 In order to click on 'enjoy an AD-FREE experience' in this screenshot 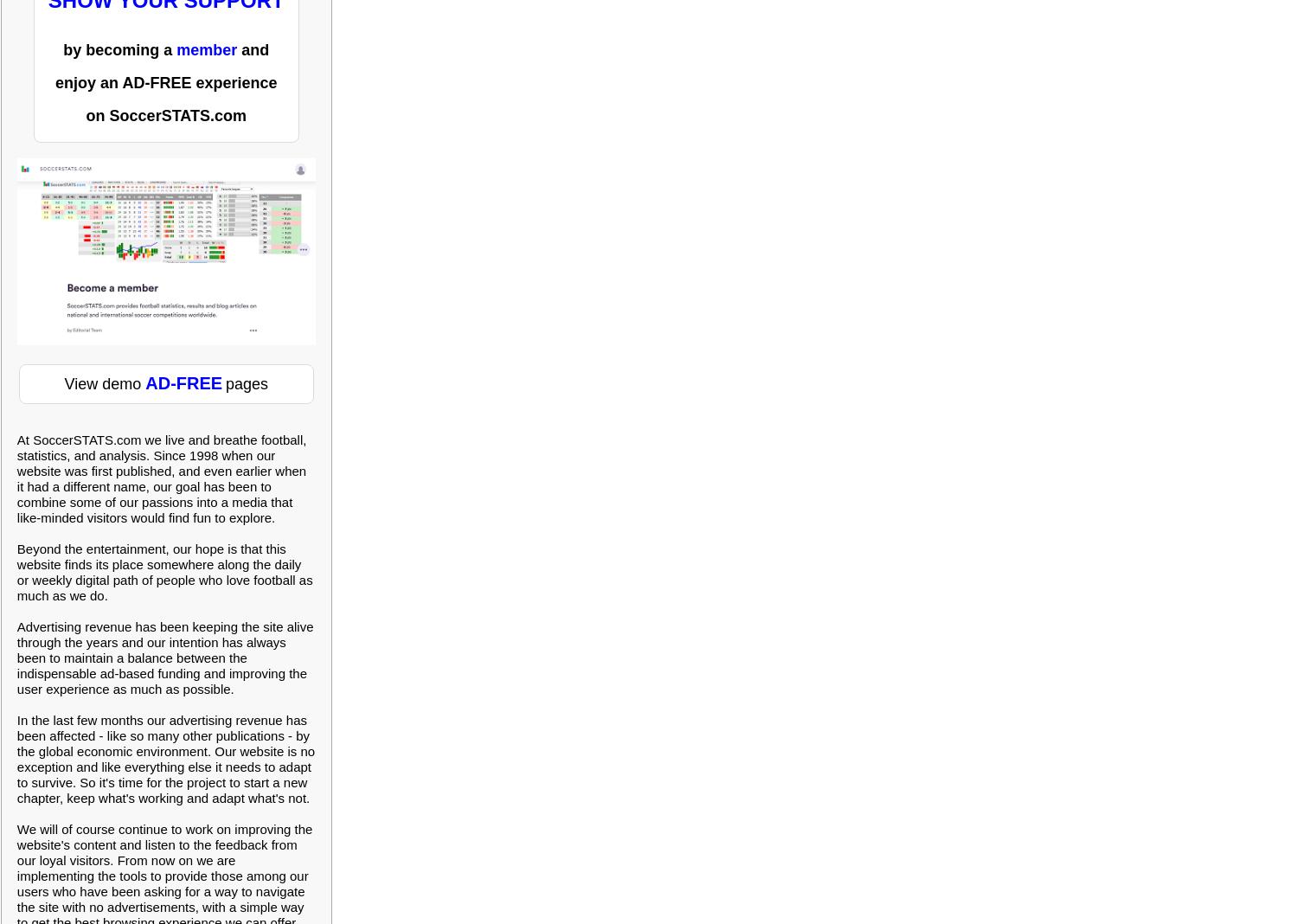, I will do `click(55, 82)`.